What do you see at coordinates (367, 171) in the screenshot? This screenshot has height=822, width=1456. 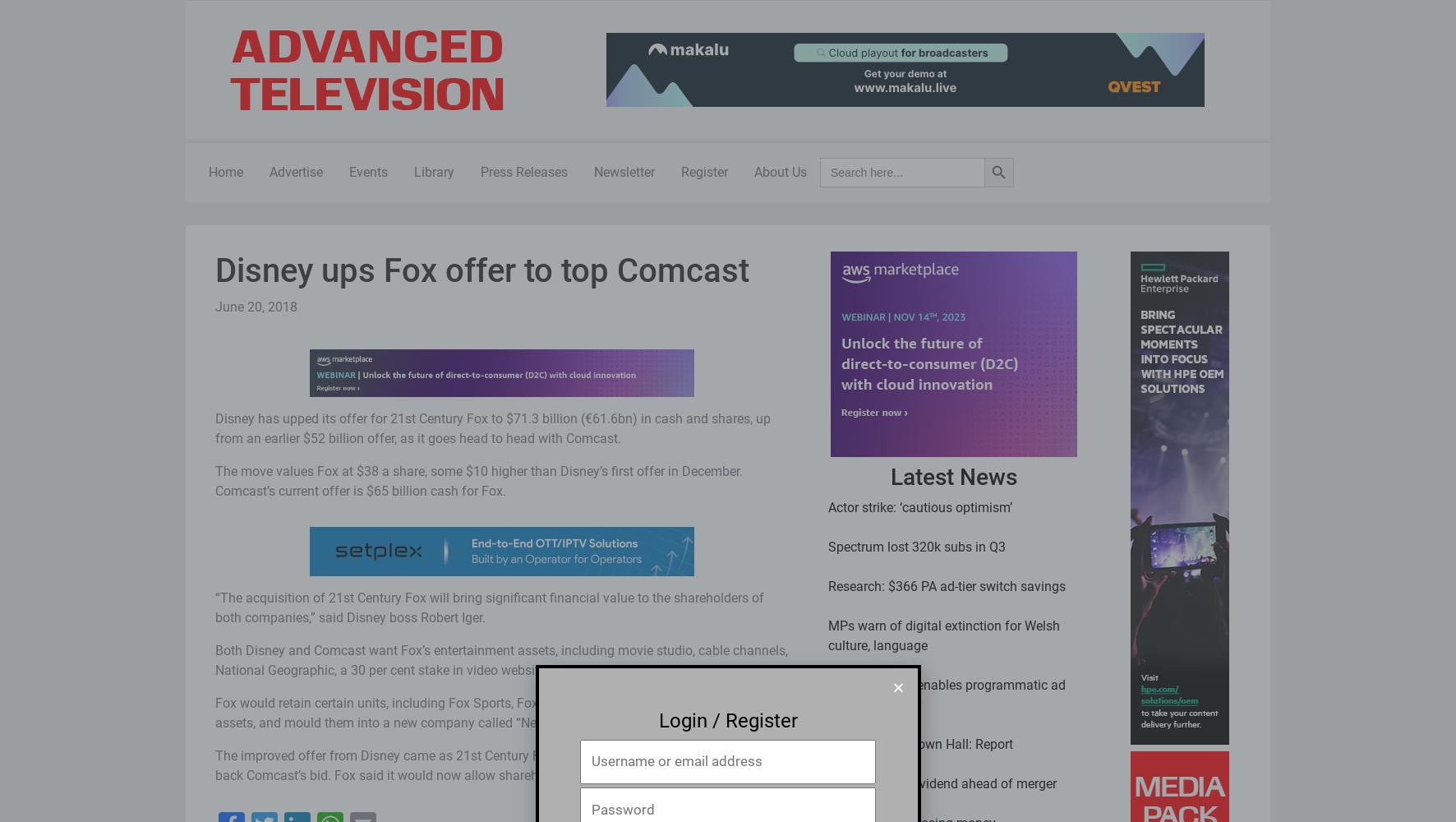 I see `'Events'` at bounding box center [367, 171].